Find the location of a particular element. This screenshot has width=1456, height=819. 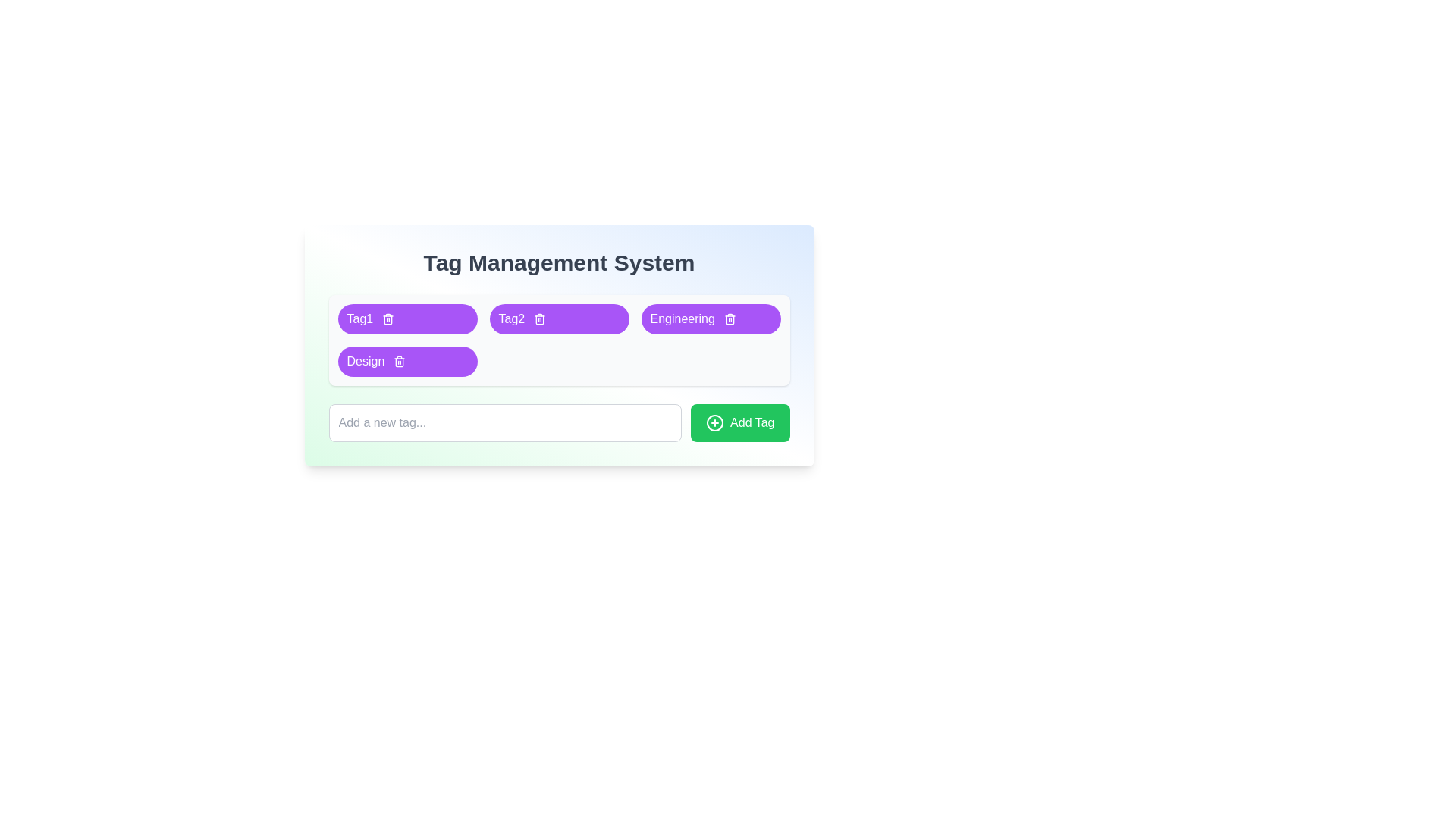

the section displaying tags, which is styled with a purple background and white text, located below the 'Tag Management System' header is located at coordinates (558, 339).